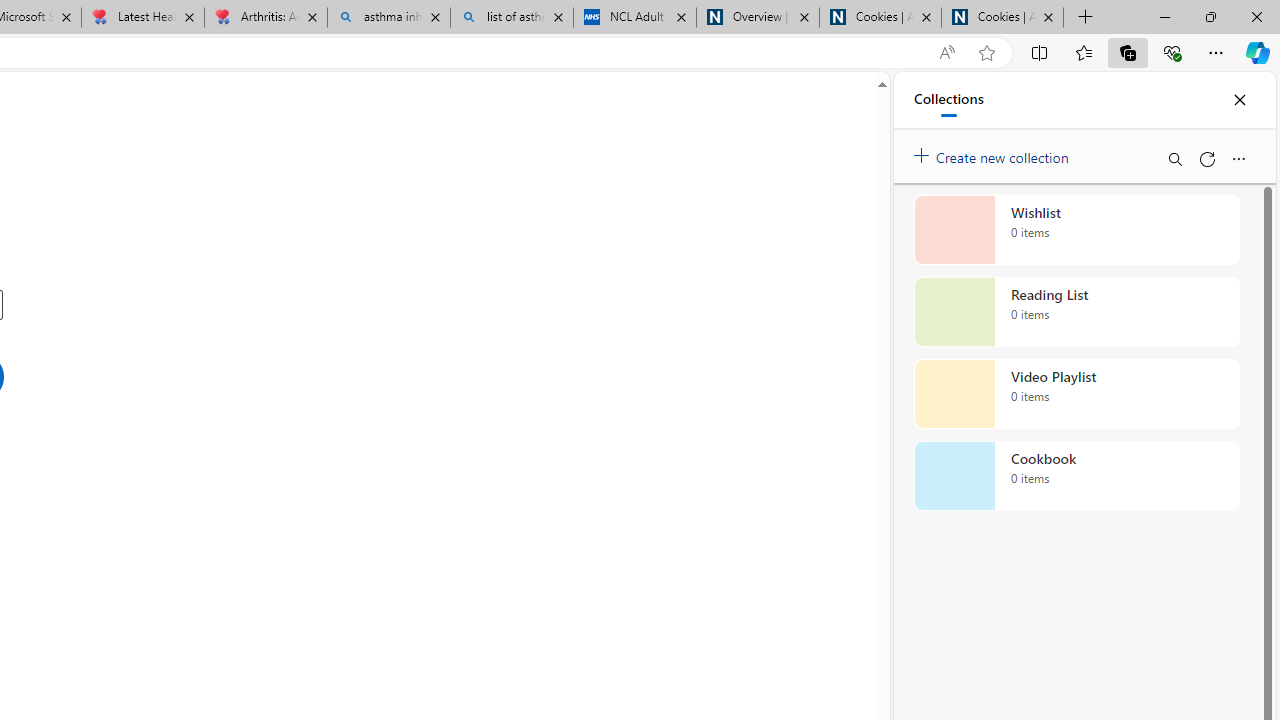 Image resolution: width=1280 pixels, height=720 pixels. What do you see at coordinates (1076, 312) in the screenshot?
I see `'Reading List collection, 0 items'` at bounding box center [1076, 312].